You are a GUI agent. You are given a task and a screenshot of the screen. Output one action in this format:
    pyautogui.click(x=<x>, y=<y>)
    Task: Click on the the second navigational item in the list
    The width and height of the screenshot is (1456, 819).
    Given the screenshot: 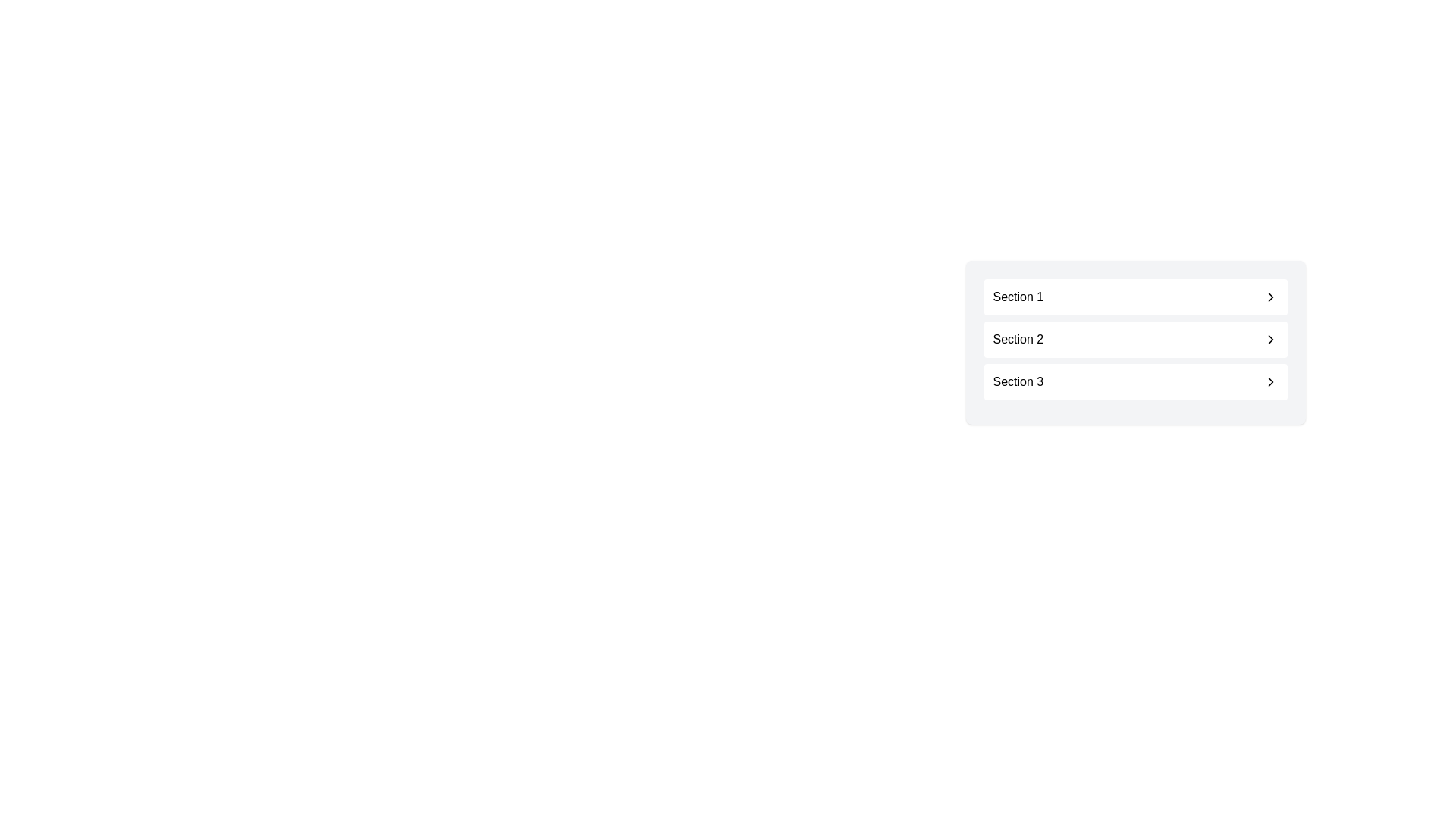 What is the action you would take?
    pyautogui.click(x=1135, y=338)
    